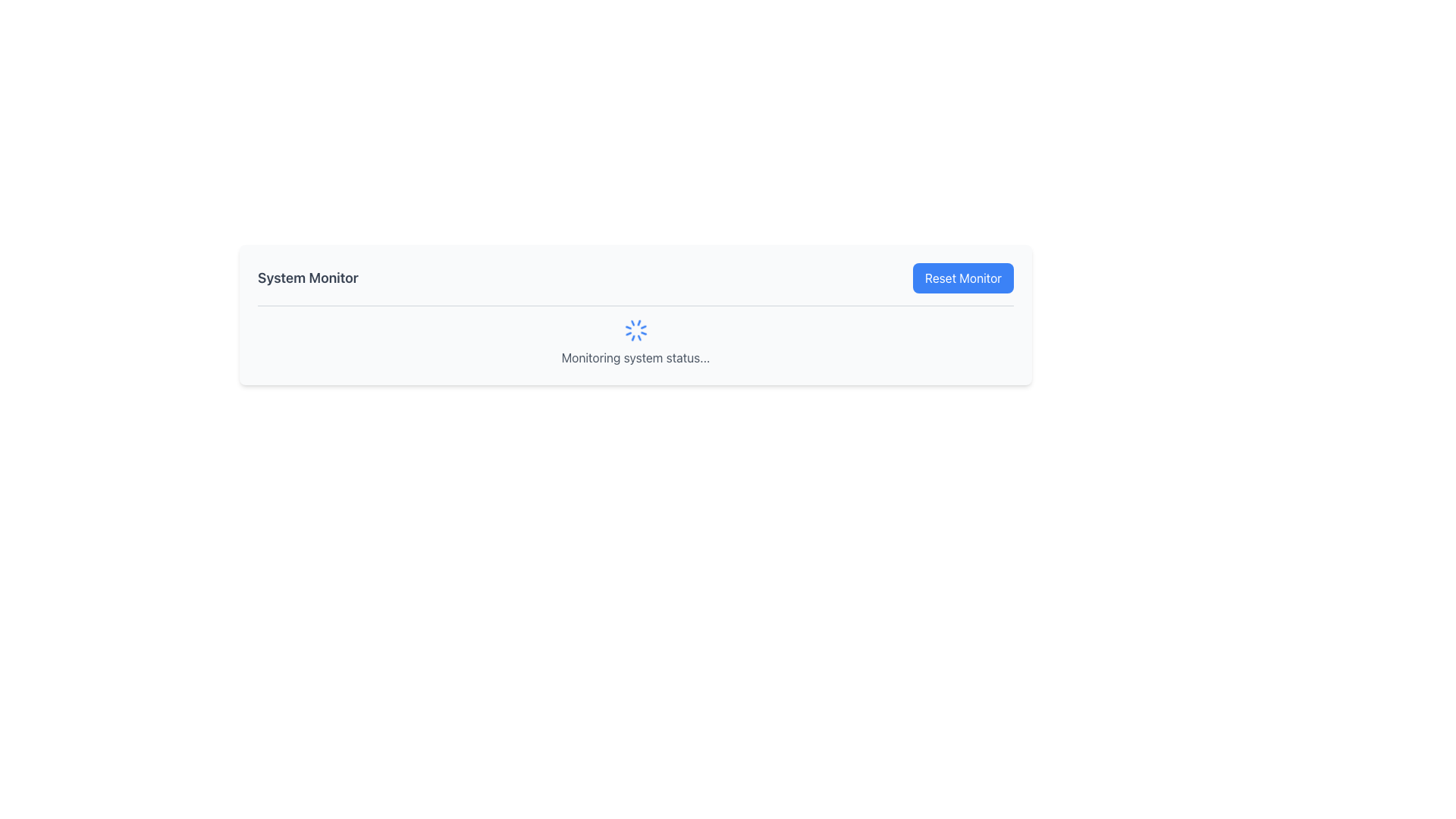 Image resolution: width=1456 pixels, height=819 pixels. Describe the element at coordinates (635, 357) in the screenshot. I see `the status message text located below the spinning loader icon` at that location.